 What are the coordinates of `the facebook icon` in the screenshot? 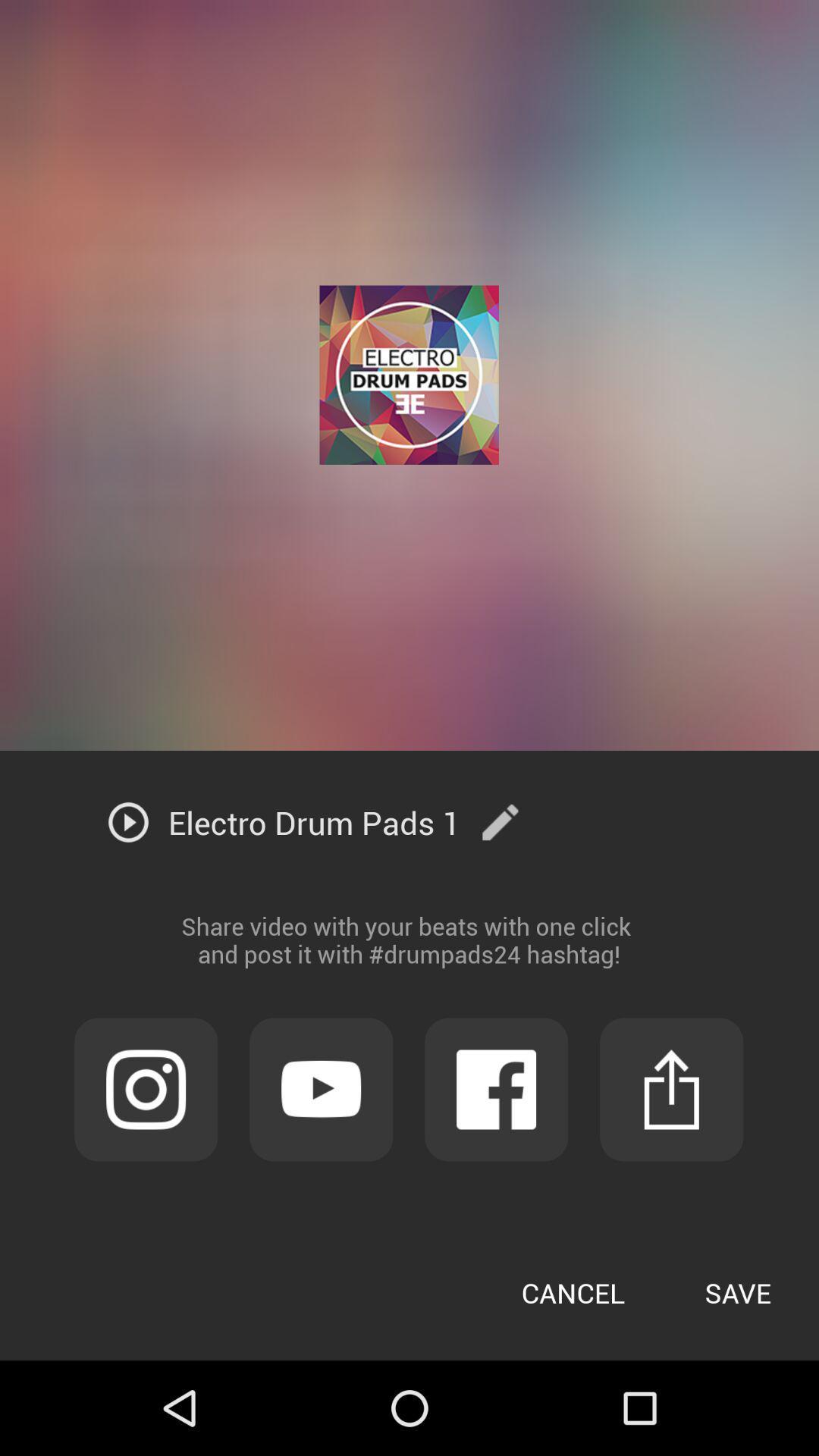 It's located at (496, 1165).